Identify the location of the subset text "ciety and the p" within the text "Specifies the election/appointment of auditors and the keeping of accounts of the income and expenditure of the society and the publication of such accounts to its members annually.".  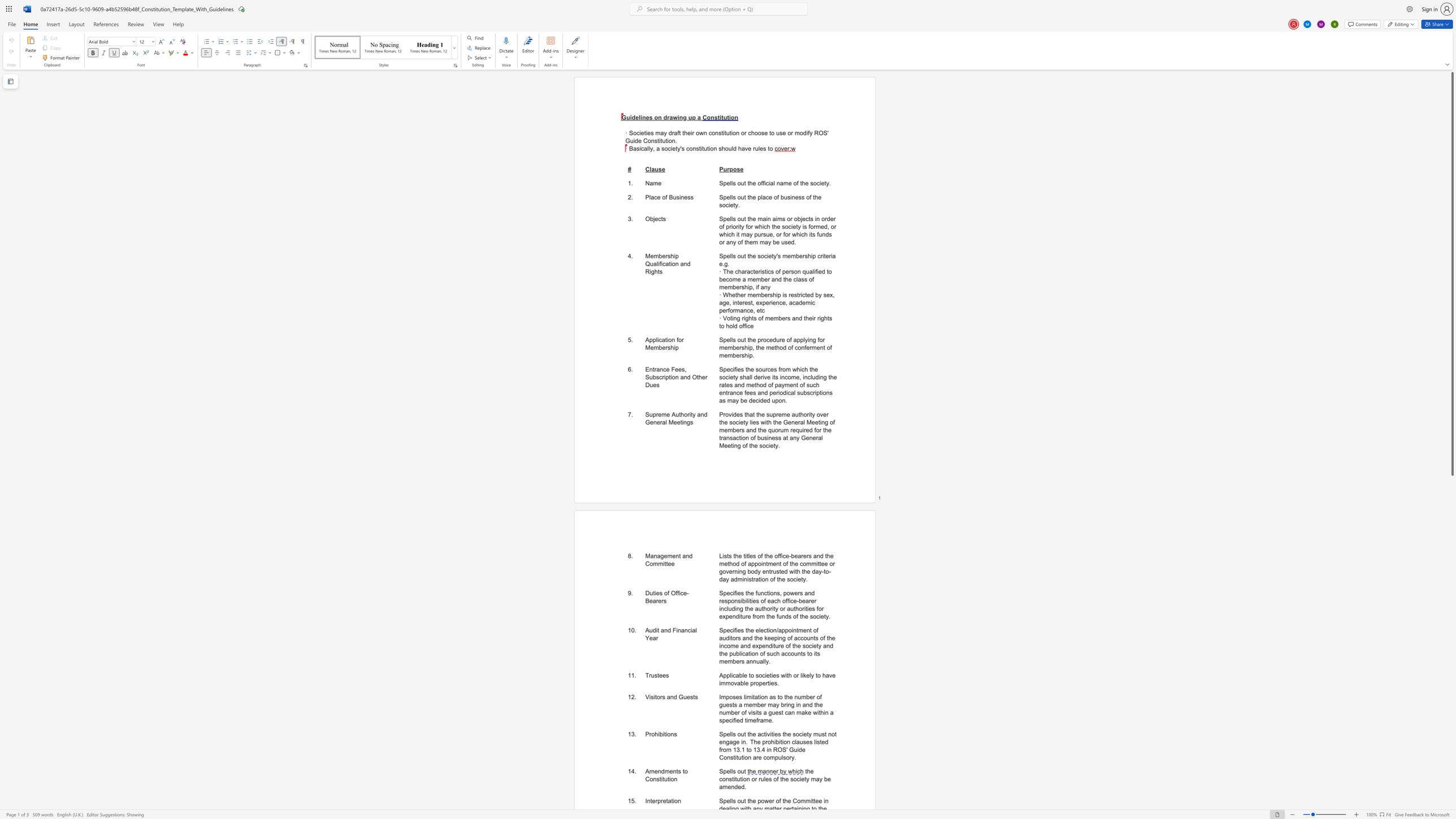
(809, 645).